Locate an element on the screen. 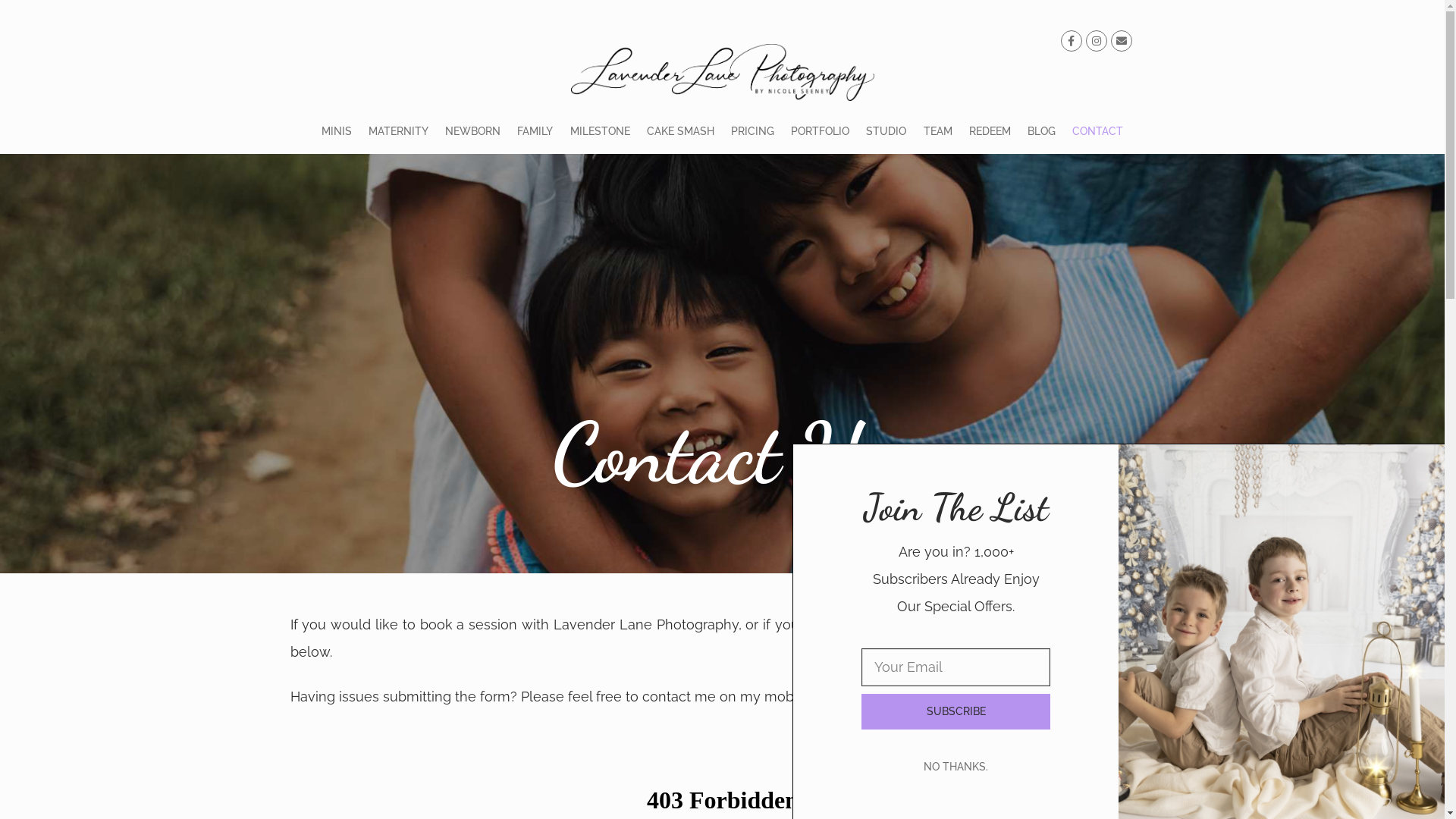 This screenshot has height=819, width=1456. '0405 343 949,' is located at coordinates (814, 696).